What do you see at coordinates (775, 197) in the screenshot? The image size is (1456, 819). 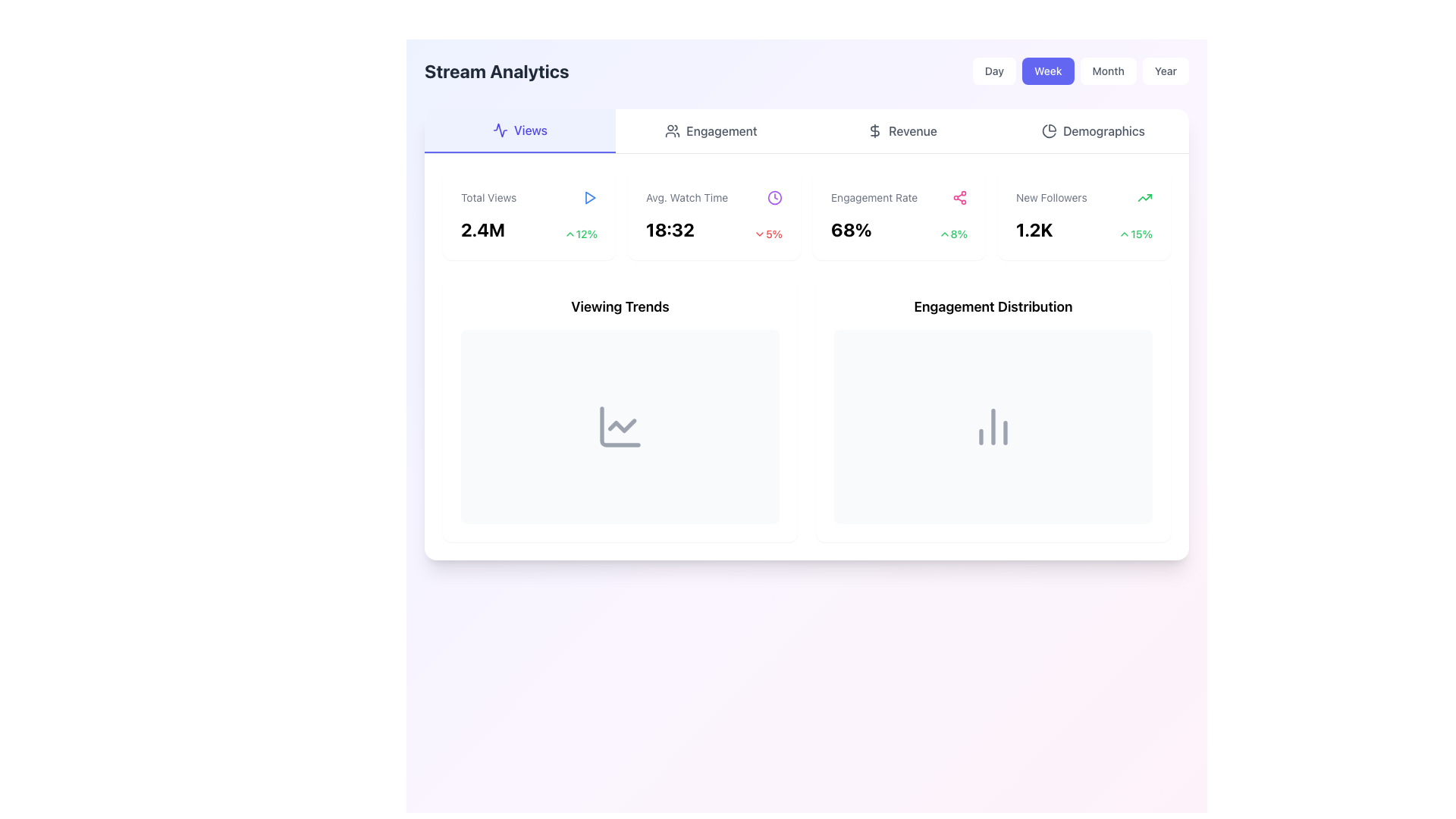 I see `the purple clock icon in the 'Avg. Watch Time' section` at bounding box center [775, 197].